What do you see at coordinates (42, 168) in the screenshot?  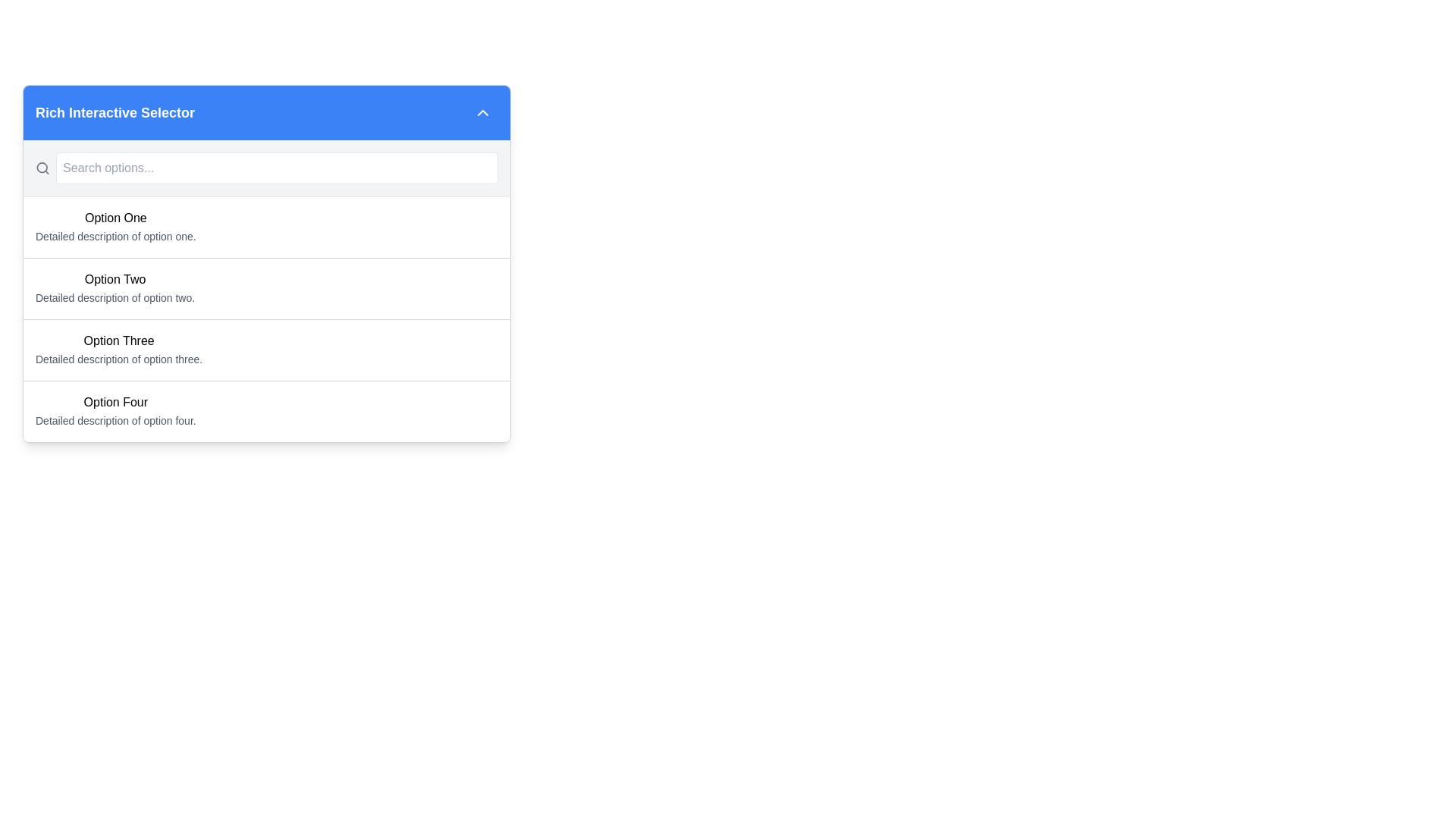 I see `the circular shape of the search icon located at the top-left corner of the interactive selector panel, adjacent to the input field` at bounding box center [42, 168].